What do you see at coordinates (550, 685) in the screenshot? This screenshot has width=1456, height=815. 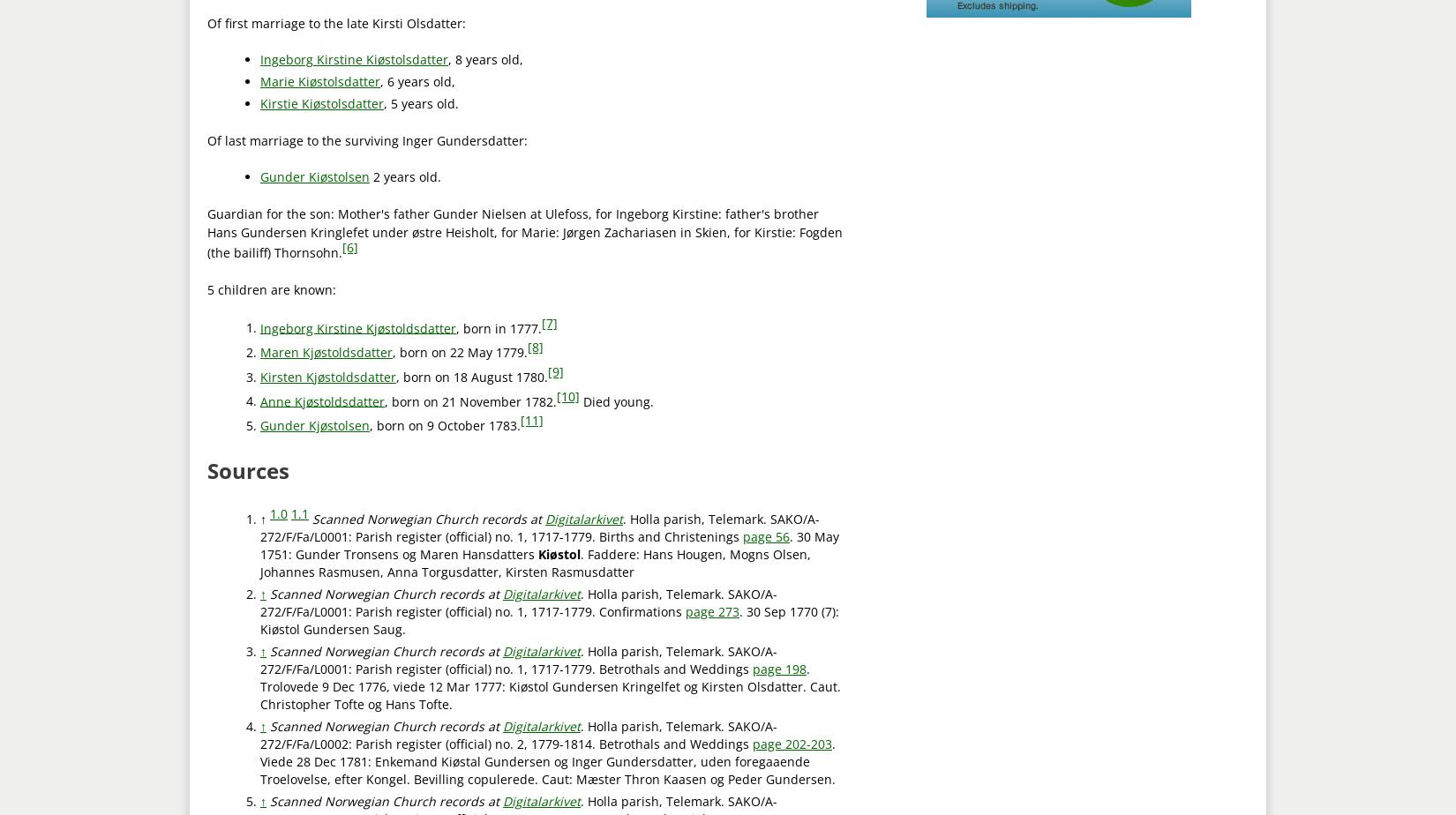 I see `'. Trolovede 9 Dec 1776, viede 12 Mar 1777: Kiøstol Gundersen Kringelfet og Kirsten Olsdatter. Caut. Christopher Tofte og Hans Tofte.'` at bounding box center [550, 685].